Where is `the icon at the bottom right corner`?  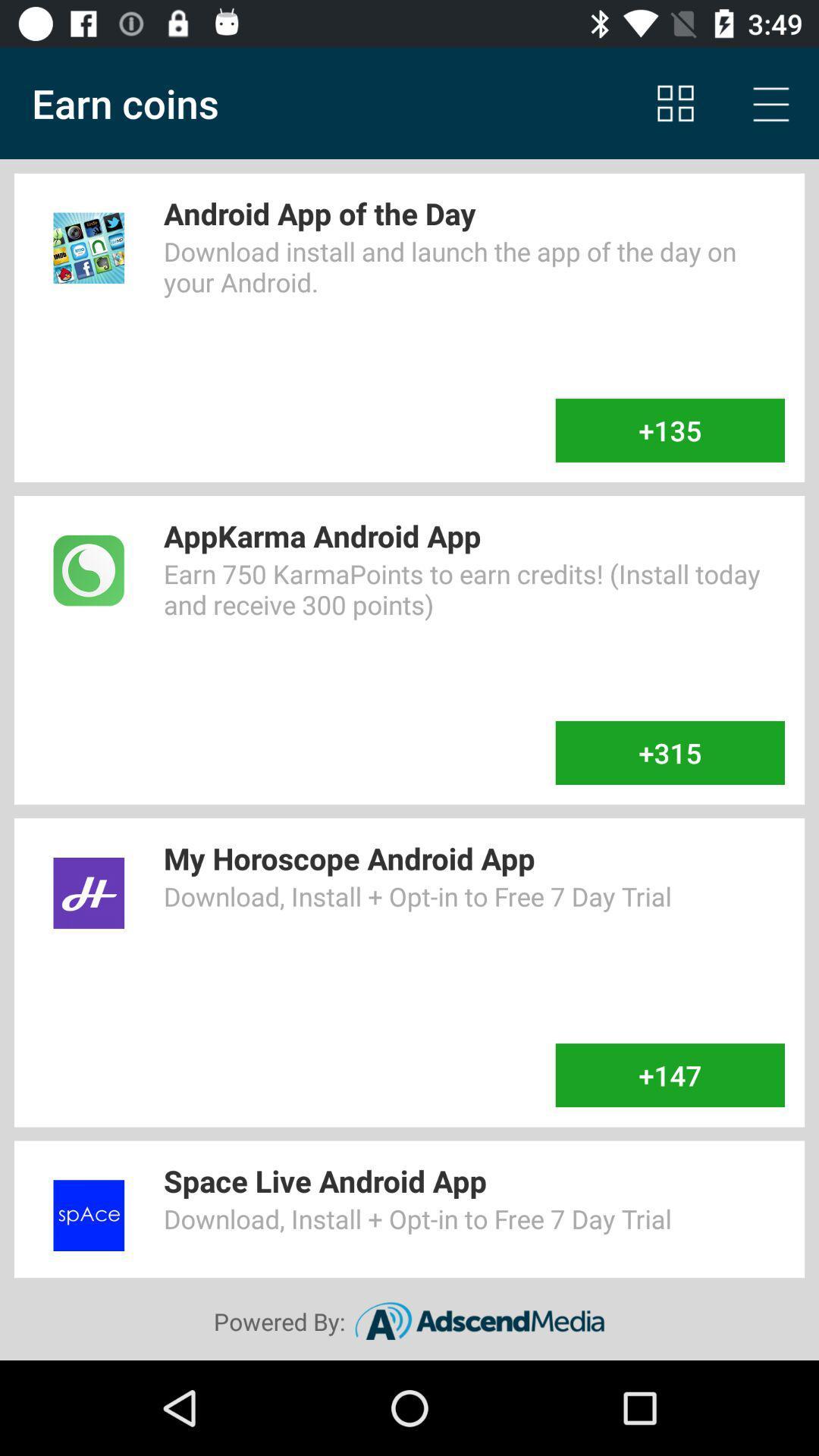 the icon at the bottom right corner is located at coordinates (669, 1075).